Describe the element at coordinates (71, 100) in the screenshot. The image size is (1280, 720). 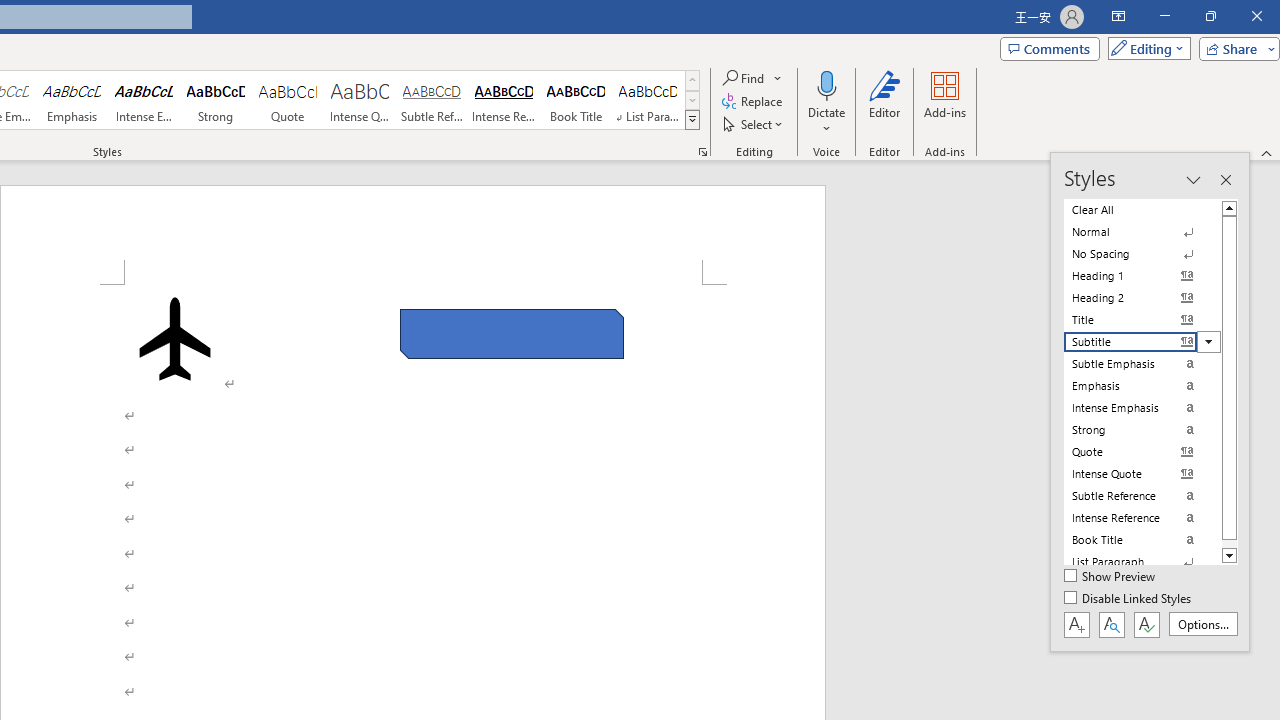
I see `'Emphasis'` at that location.